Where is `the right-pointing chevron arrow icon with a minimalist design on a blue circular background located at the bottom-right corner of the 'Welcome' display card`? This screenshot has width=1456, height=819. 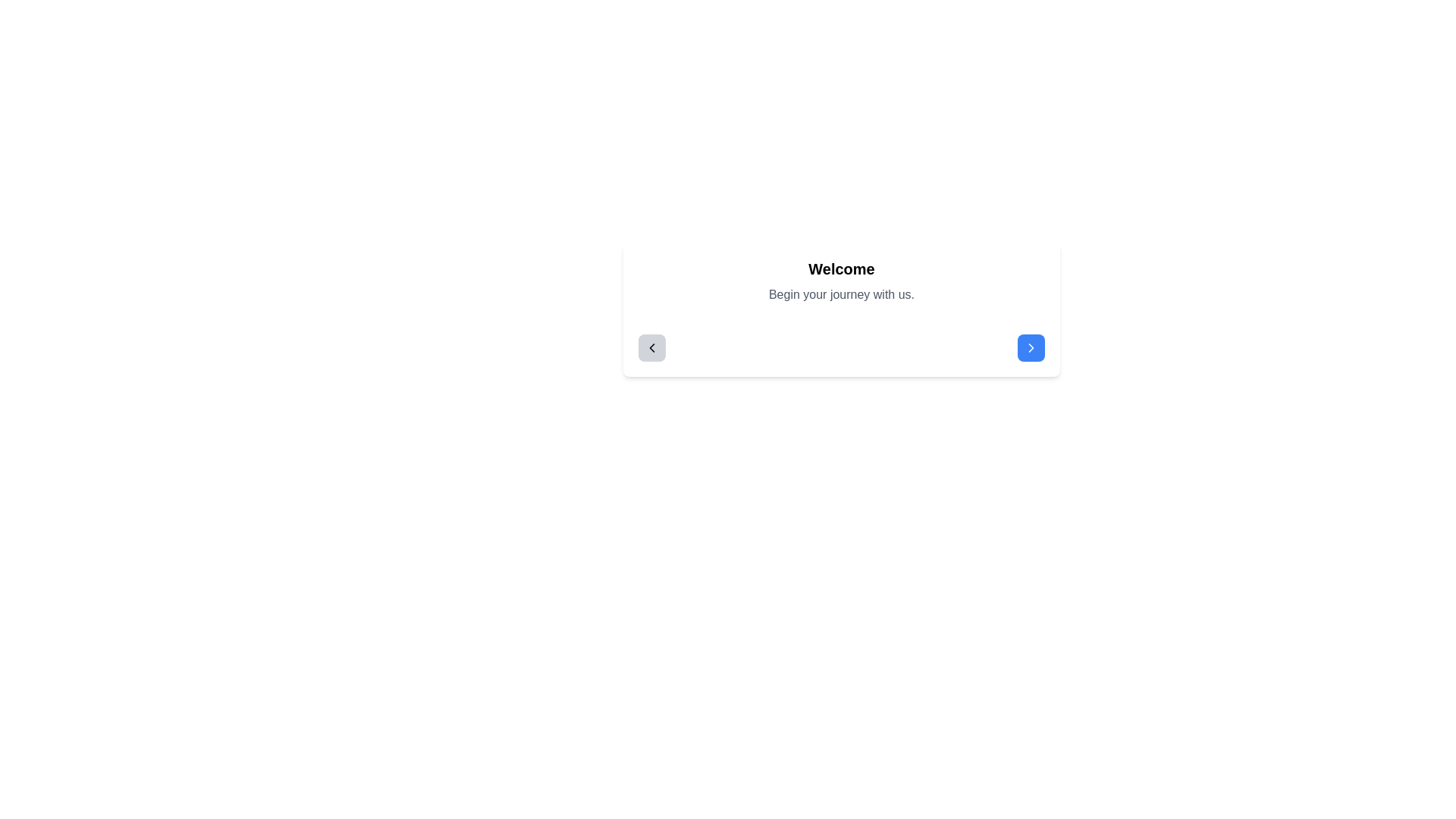 the right-pointing chevron arrow icon with a minimalist design on a blue circular background located at the bottom-right corner of the 'Welcome' display card is located at coordinates (1031, 348).